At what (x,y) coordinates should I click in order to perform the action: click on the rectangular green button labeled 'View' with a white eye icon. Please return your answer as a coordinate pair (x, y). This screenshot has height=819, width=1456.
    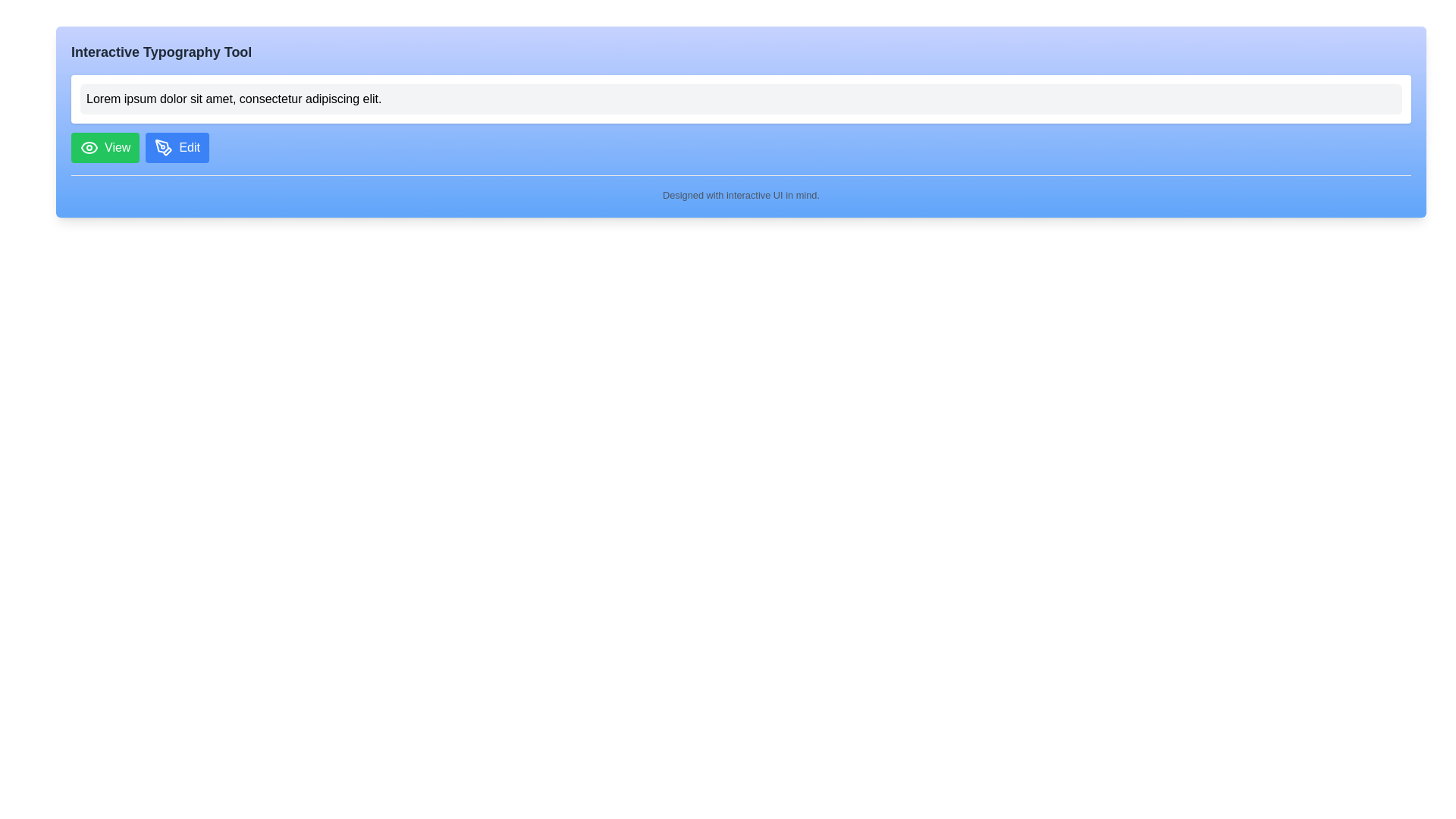
    Looking at the image, I should click on (105, 148).